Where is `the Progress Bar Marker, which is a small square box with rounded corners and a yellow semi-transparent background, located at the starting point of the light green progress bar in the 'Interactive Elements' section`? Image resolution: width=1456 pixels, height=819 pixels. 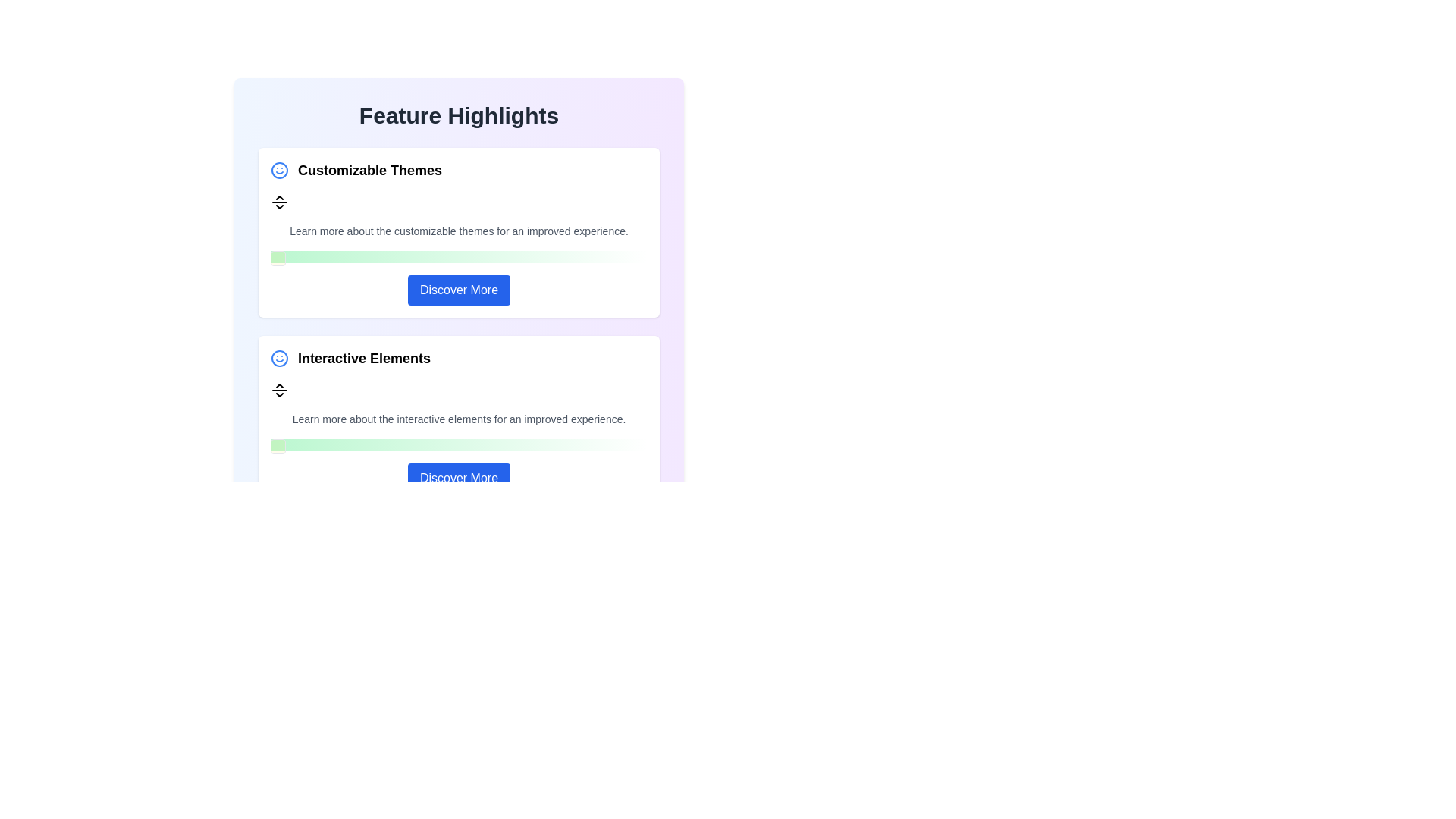
the Progress Bar Marker, which is a small square box with rounded corners and a yellow semi-transparent background, located at the starting point of the light green progress bar in the 'Interactive Elements' section is located at coordinates (278, 446).